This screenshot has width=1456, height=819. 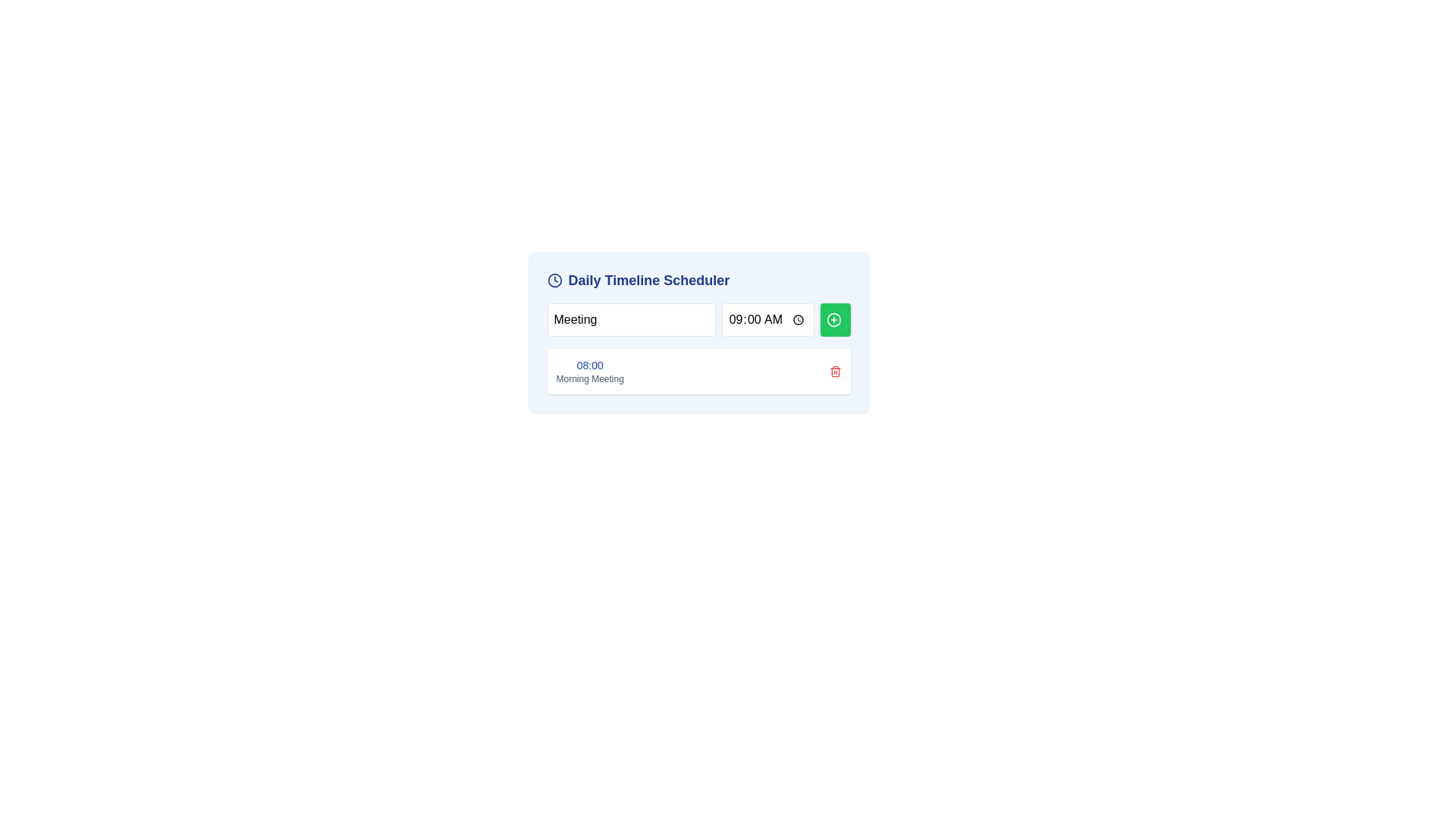 I want to click on the text label that describes the scheduled event, located below the blue time label '08:00' in the timeline entry block, so click(x=589, y=378).